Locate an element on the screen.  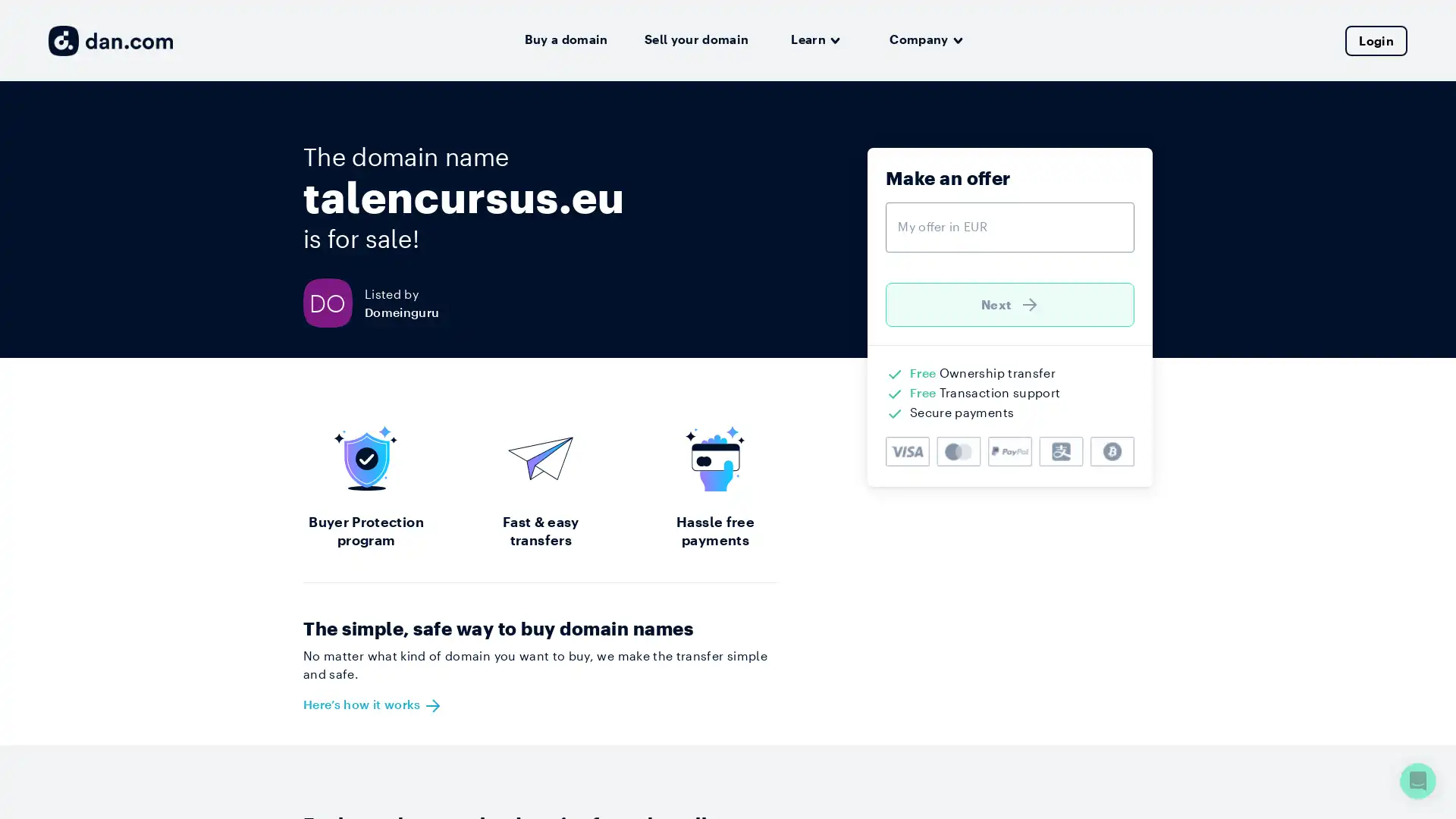
Company is located at coordinates (925, 39).